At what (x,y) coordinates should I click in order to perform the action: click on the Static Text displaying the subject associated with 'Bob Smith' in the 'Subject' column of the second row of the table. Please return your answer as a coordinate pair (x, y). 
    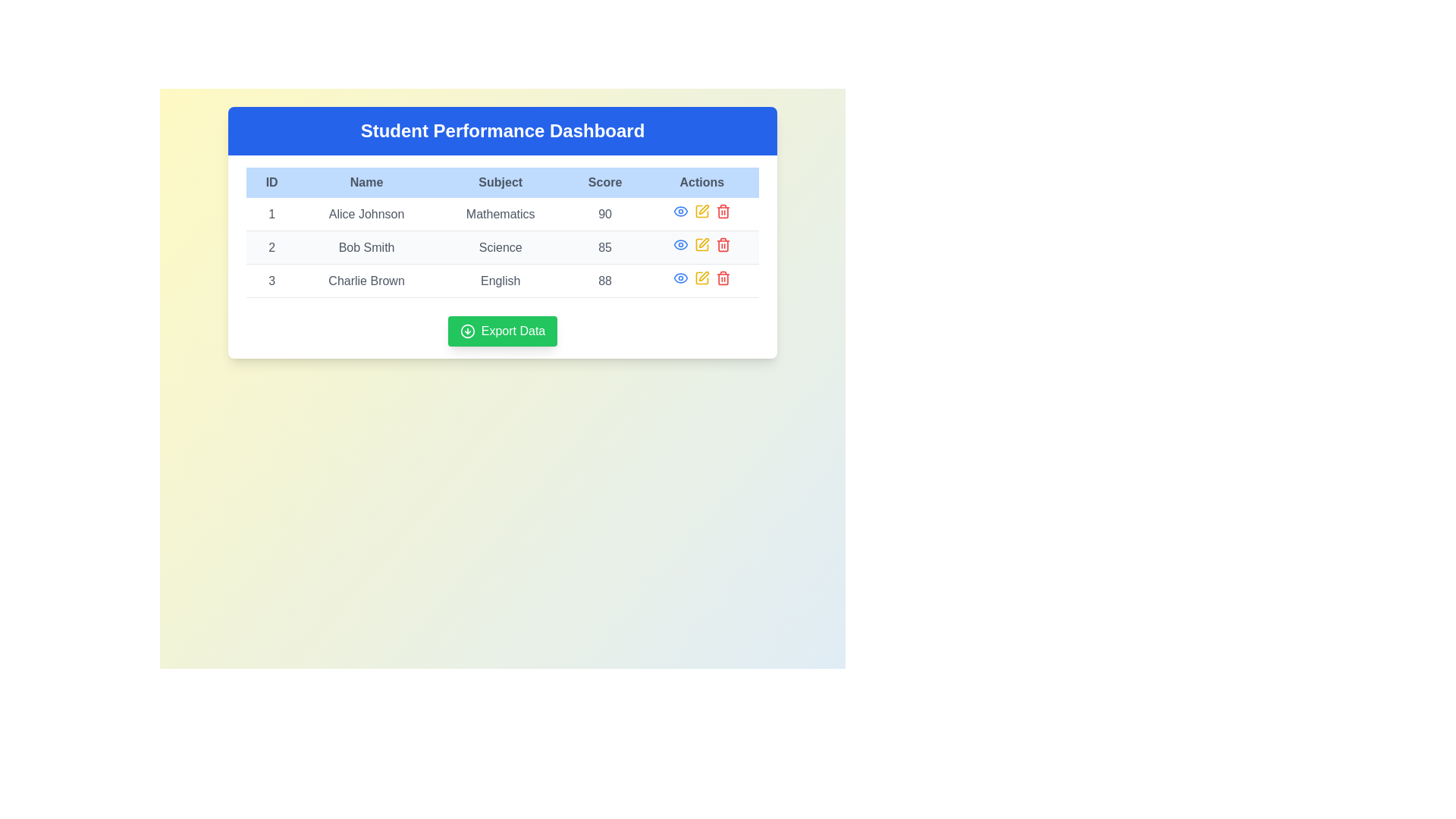
    Looking at the image, I should click on (500, 246).